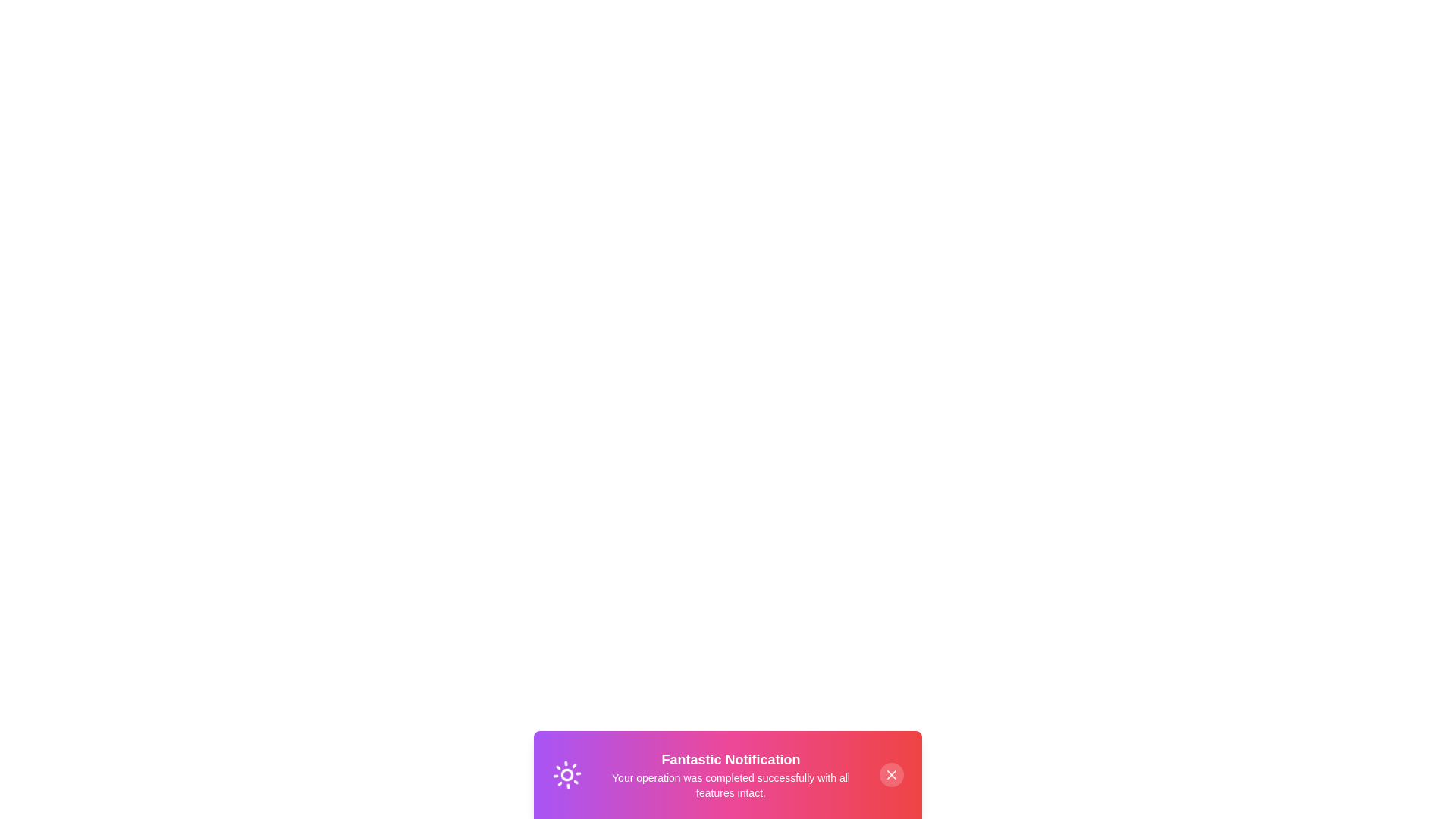 The height and width of the screenshot is (819, 1456). Describe the element at coordinates (892, 775) in the screenshot. I see `the close button to observe the hover state change` at that location.